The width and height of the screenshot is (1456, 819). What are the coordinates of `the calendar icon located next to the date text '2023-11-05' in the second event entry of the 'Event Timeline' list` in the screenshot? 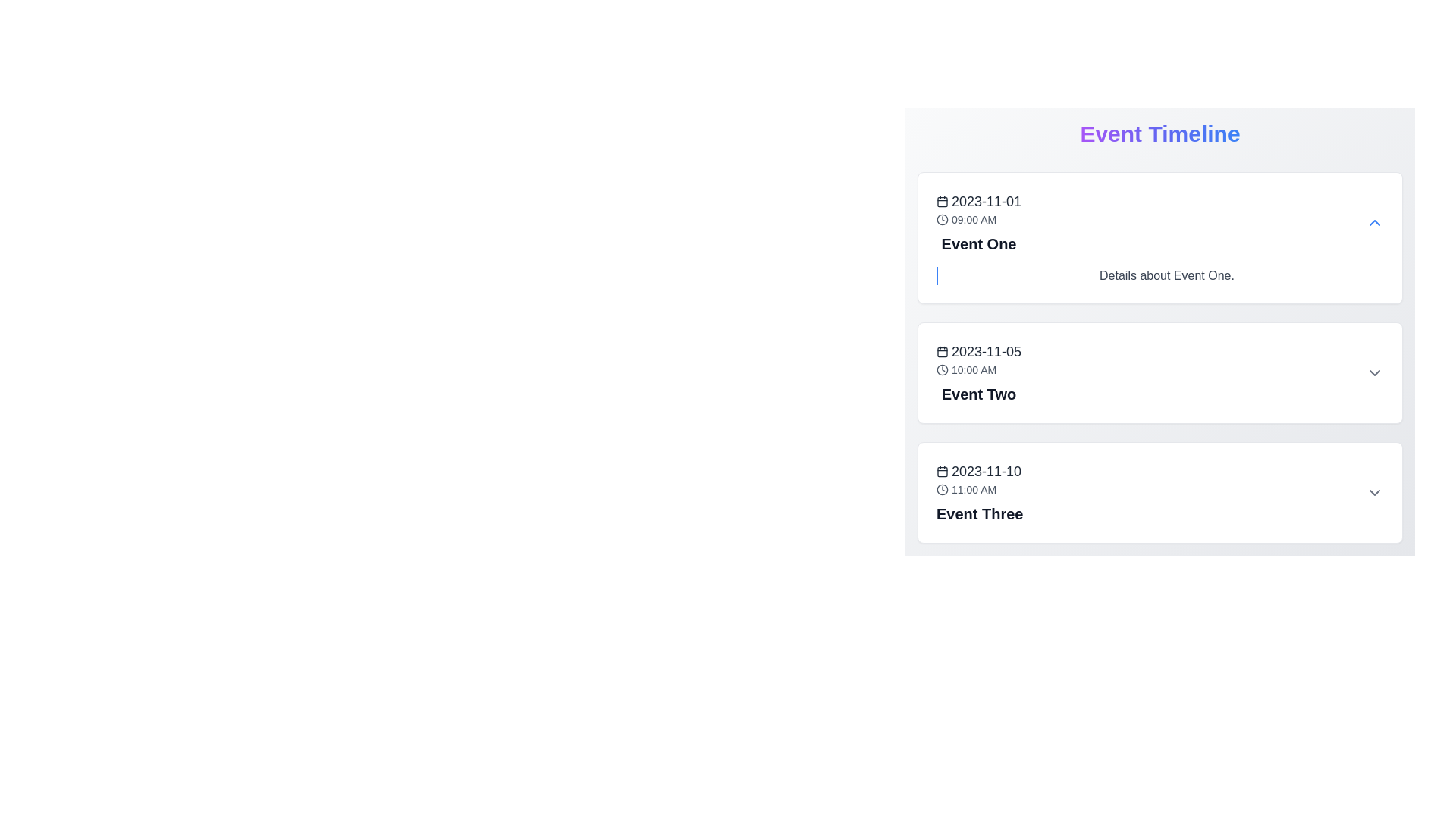 It's located at (942, 351).